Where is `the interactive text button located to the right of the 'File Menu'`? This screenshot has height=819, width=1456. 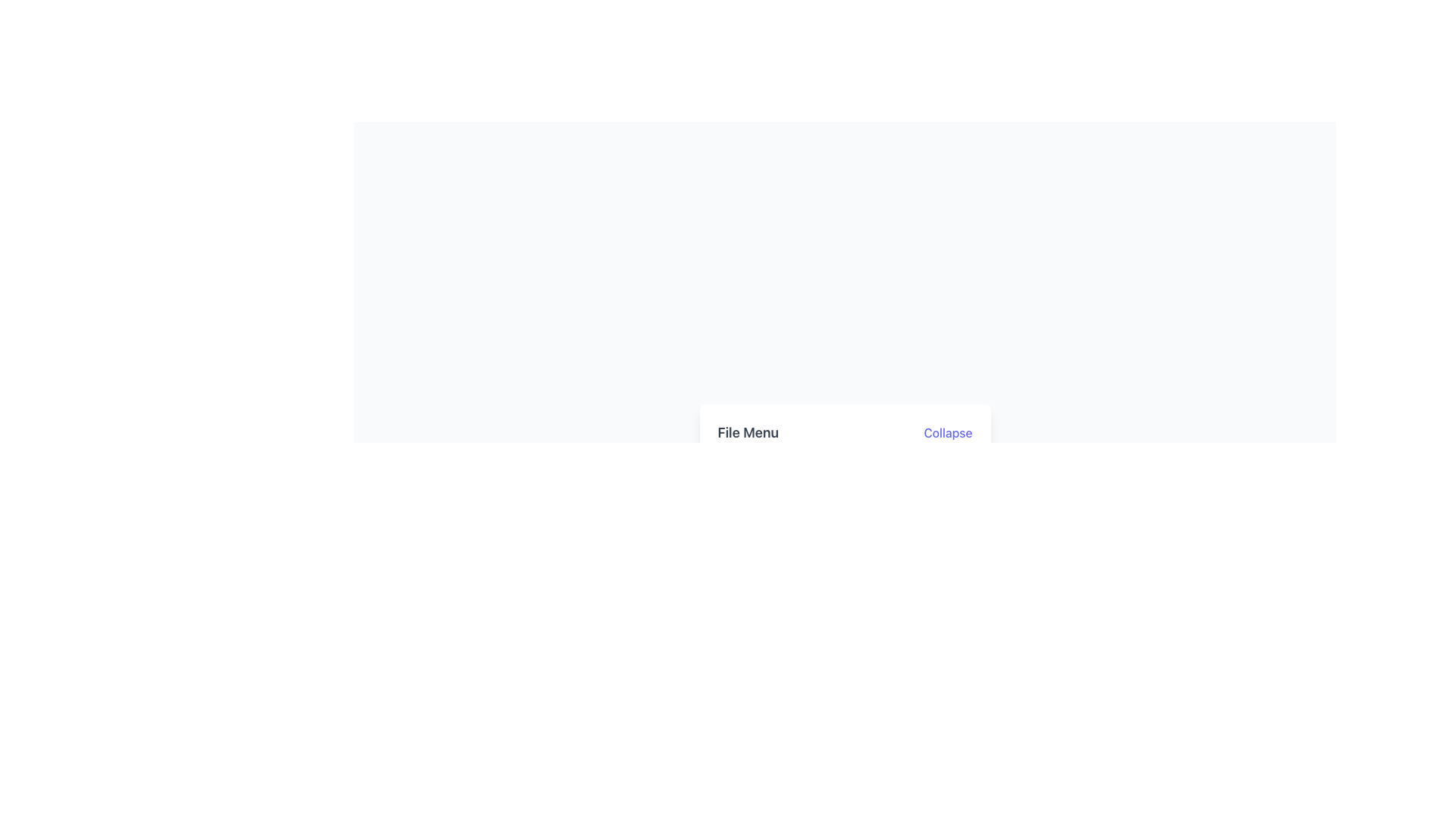
the interactive text button located to the right of the 'File Menu' is located at coordinates (947, 432).